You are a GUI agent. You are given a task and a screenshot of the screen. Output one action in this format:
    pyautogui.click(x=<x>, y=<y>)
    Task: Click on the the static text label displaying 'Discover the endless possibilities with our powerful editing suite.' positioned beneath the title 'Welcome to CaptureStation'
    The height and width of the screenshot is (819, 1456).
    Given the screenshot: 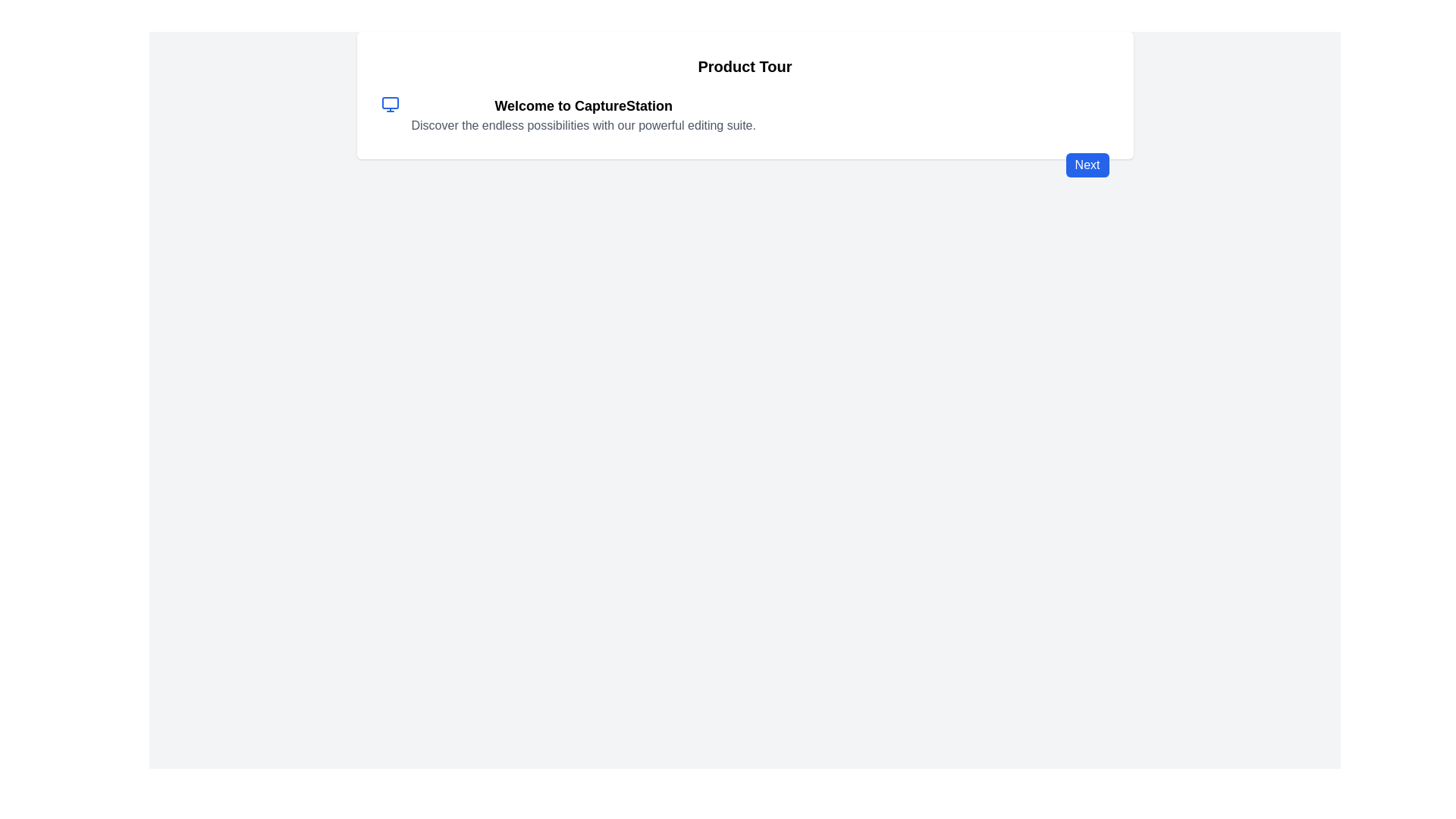 What is the action you would take?
    pyautogui.click(x=582, y=124)
    